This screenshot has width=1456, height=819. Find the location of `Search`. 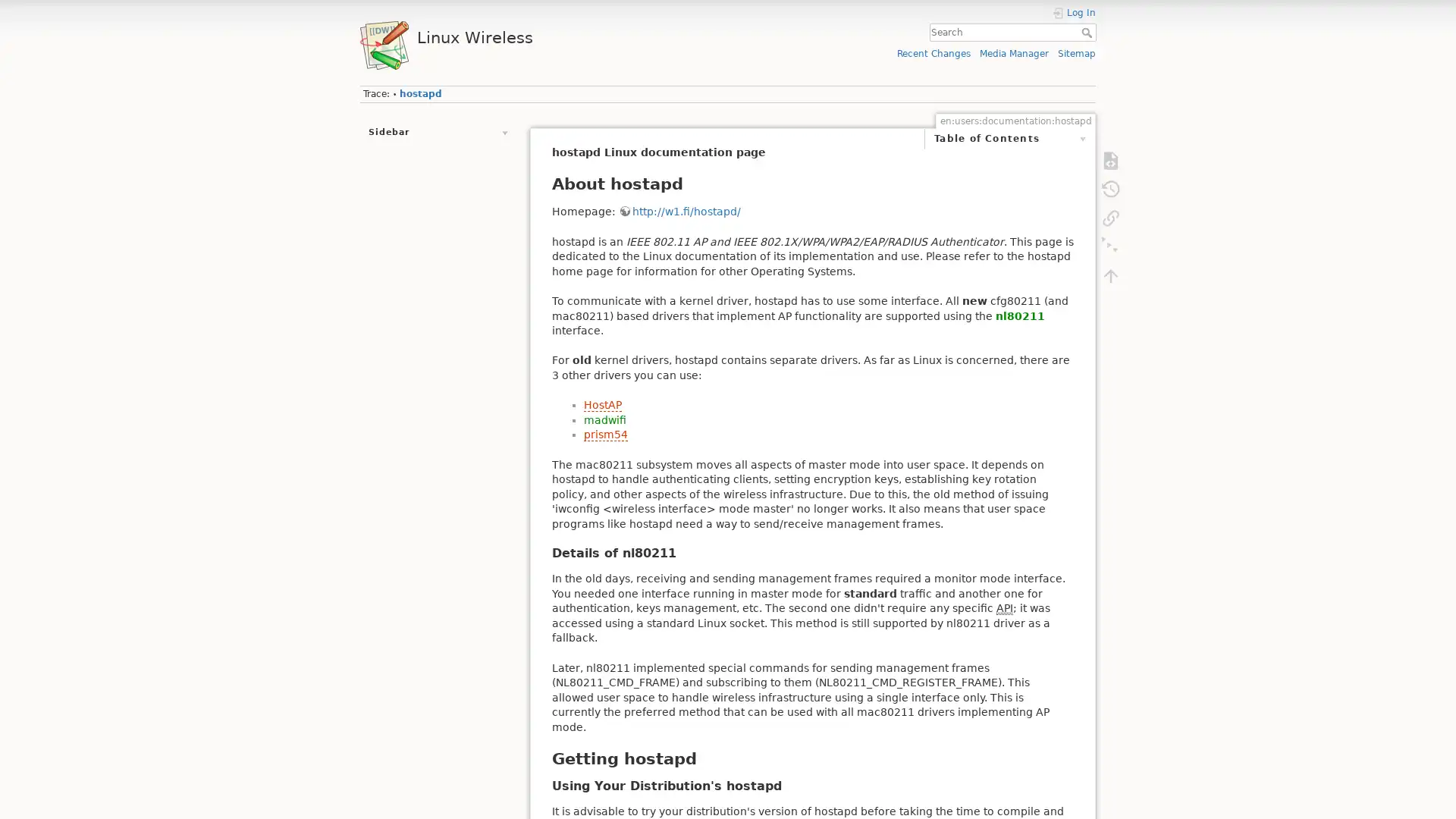

Search is located at coordinates (1087, 32).